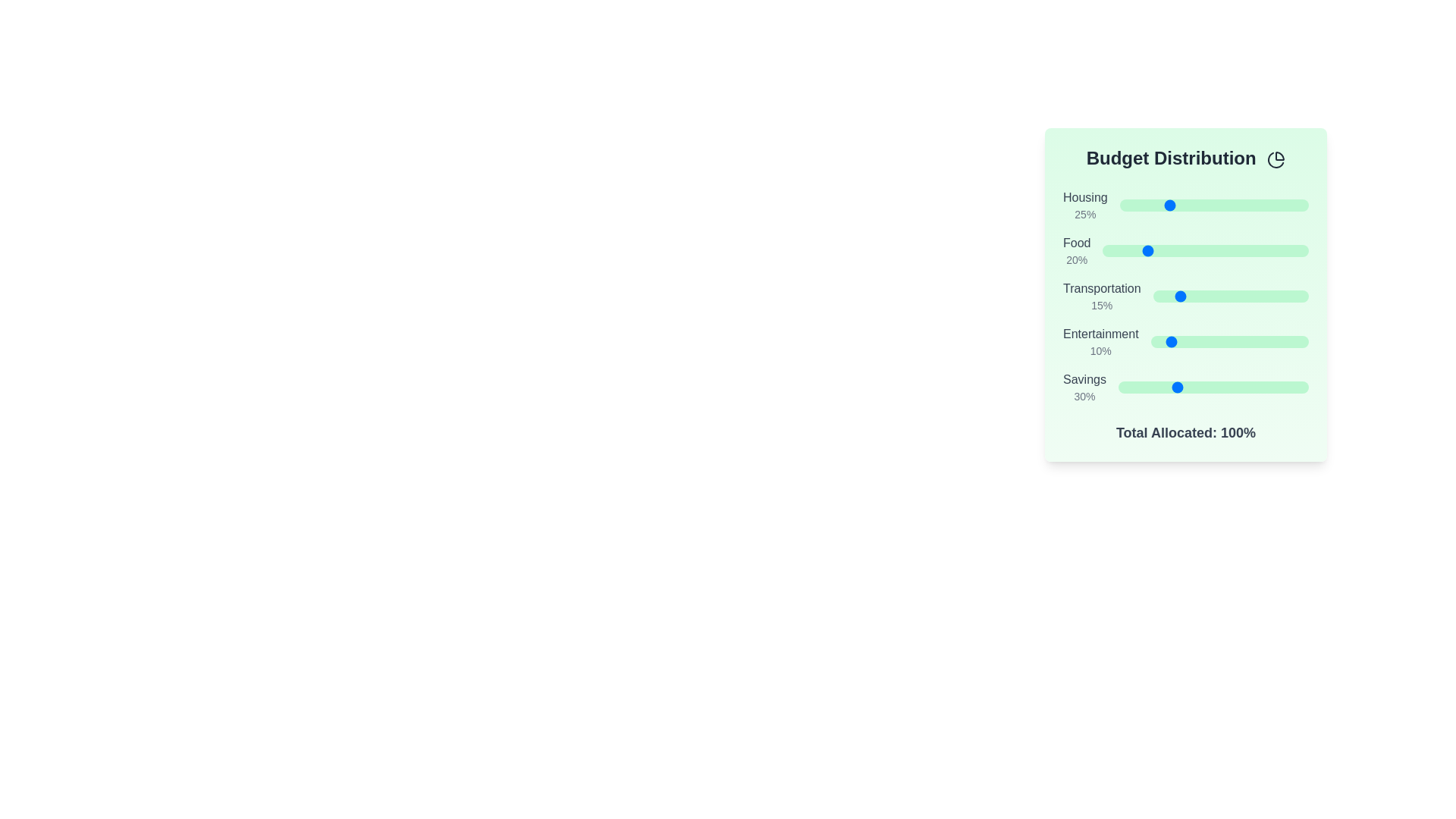 This screenshot has height=819, width=1456. I want to click on the Transportation slider to 96%, so click(1301, 296).